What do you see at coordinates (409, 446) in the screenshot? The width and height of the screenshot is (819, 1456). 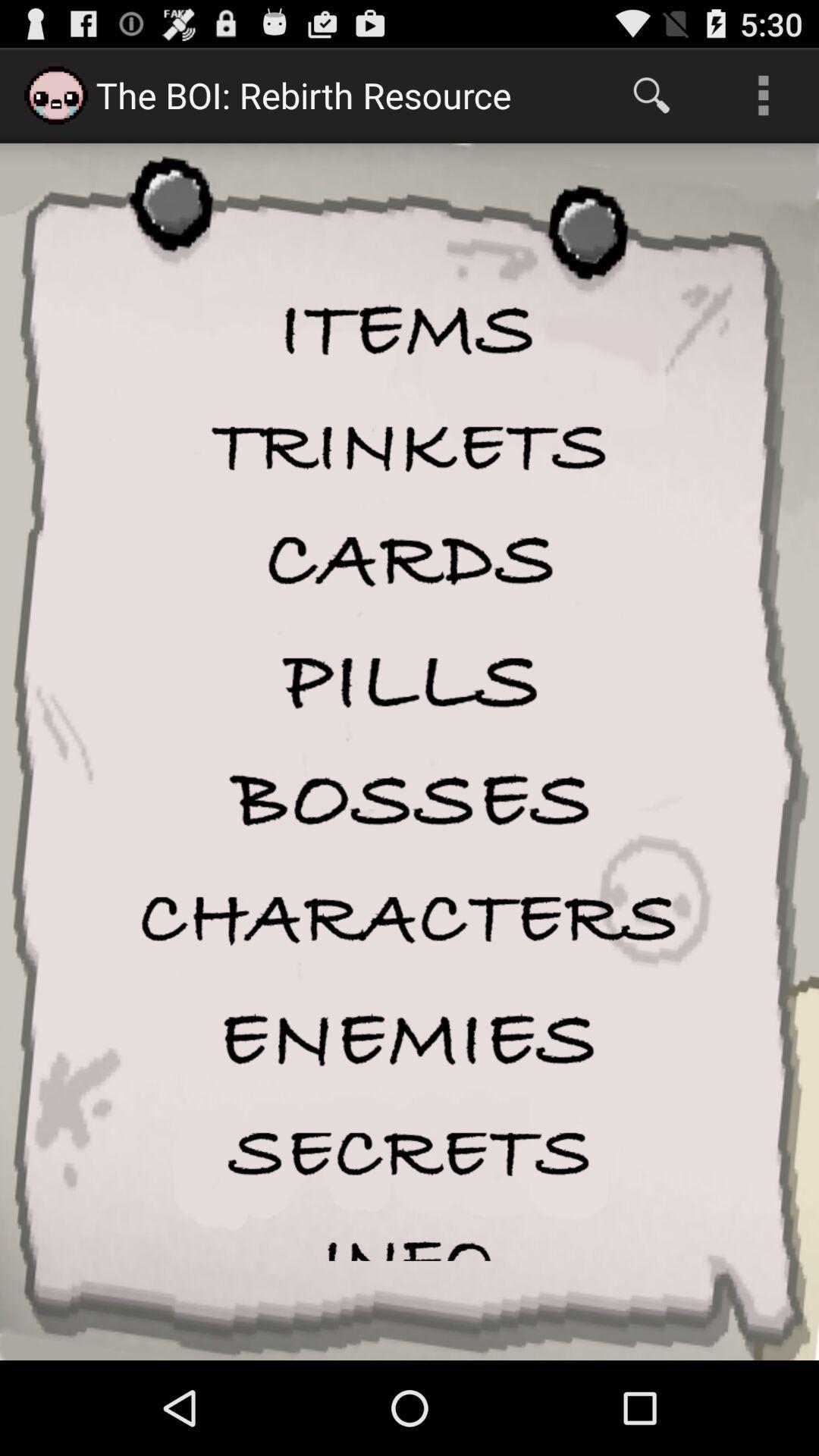 I see `one of the items listed` at bounding box center [409, 446].